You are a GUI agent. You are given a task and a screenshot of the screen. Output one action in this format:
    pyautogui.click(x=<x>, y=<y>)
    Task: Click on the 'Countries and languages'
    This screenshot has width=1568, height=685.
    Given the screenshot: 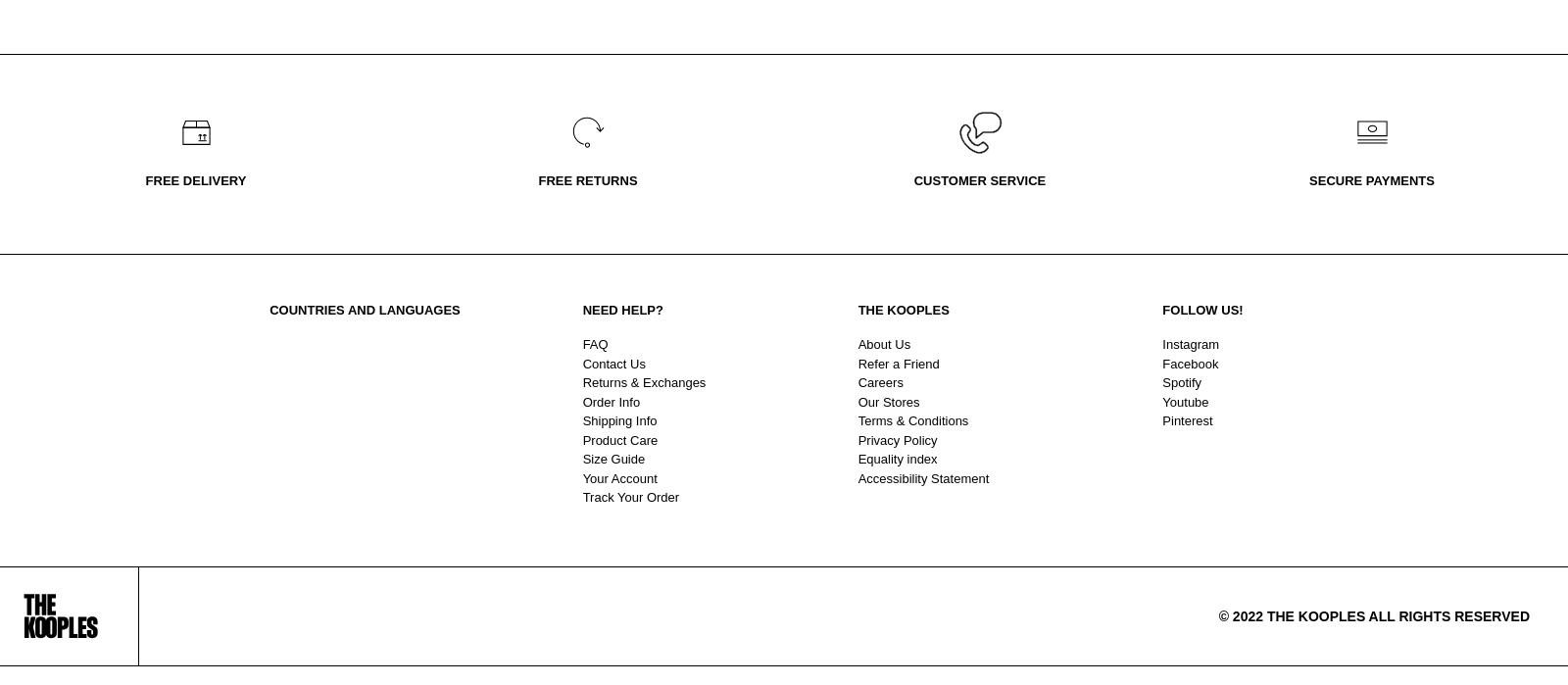 What is the action you would take?
    pyautogui.click(x=365, y=310)
    